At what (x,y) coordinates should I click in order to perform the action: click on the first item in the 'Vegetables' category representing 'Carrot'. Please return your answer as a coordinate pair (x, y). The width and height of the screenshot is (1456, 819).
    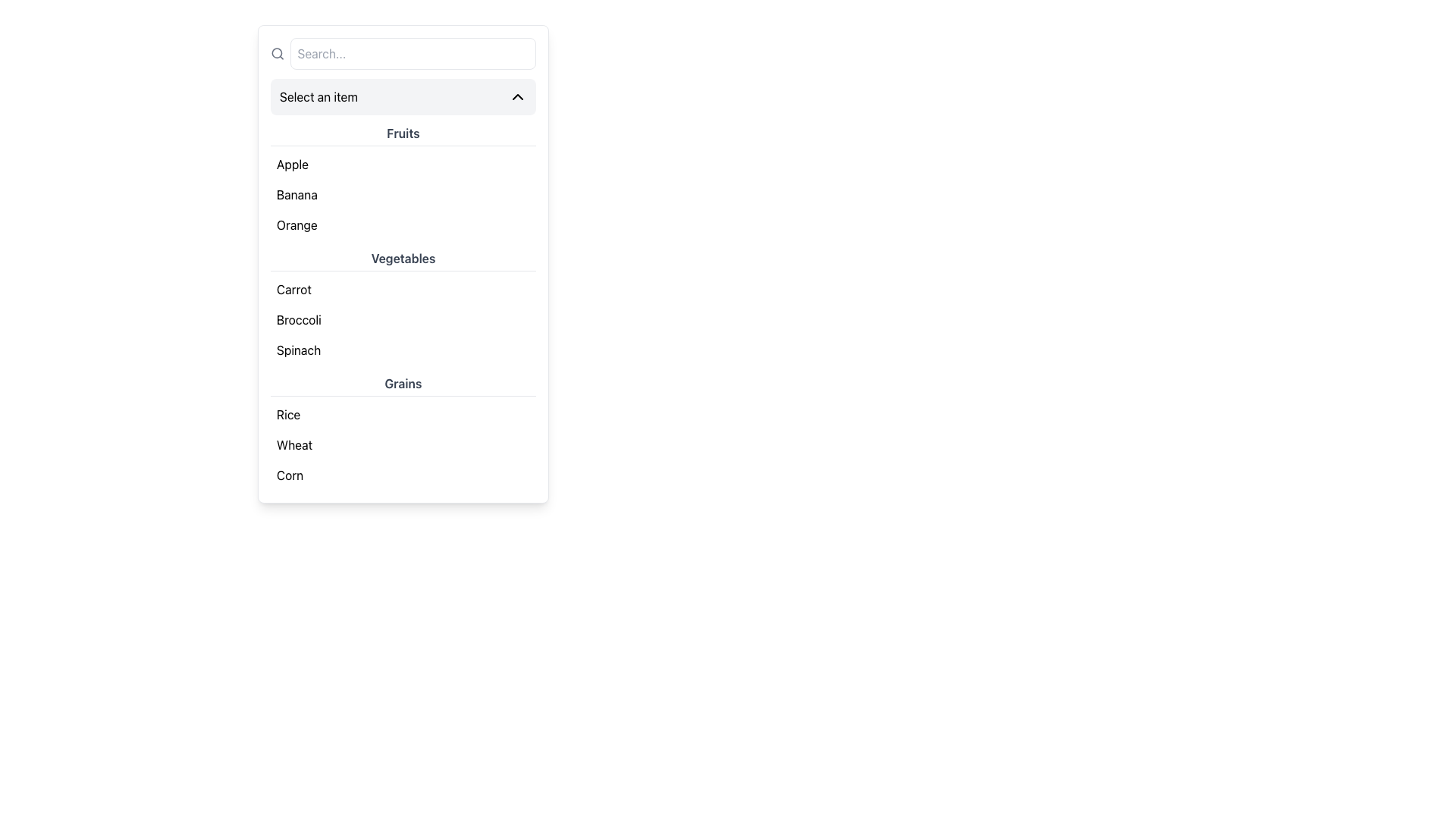
    Looking at the image, I should click on (403, 289).